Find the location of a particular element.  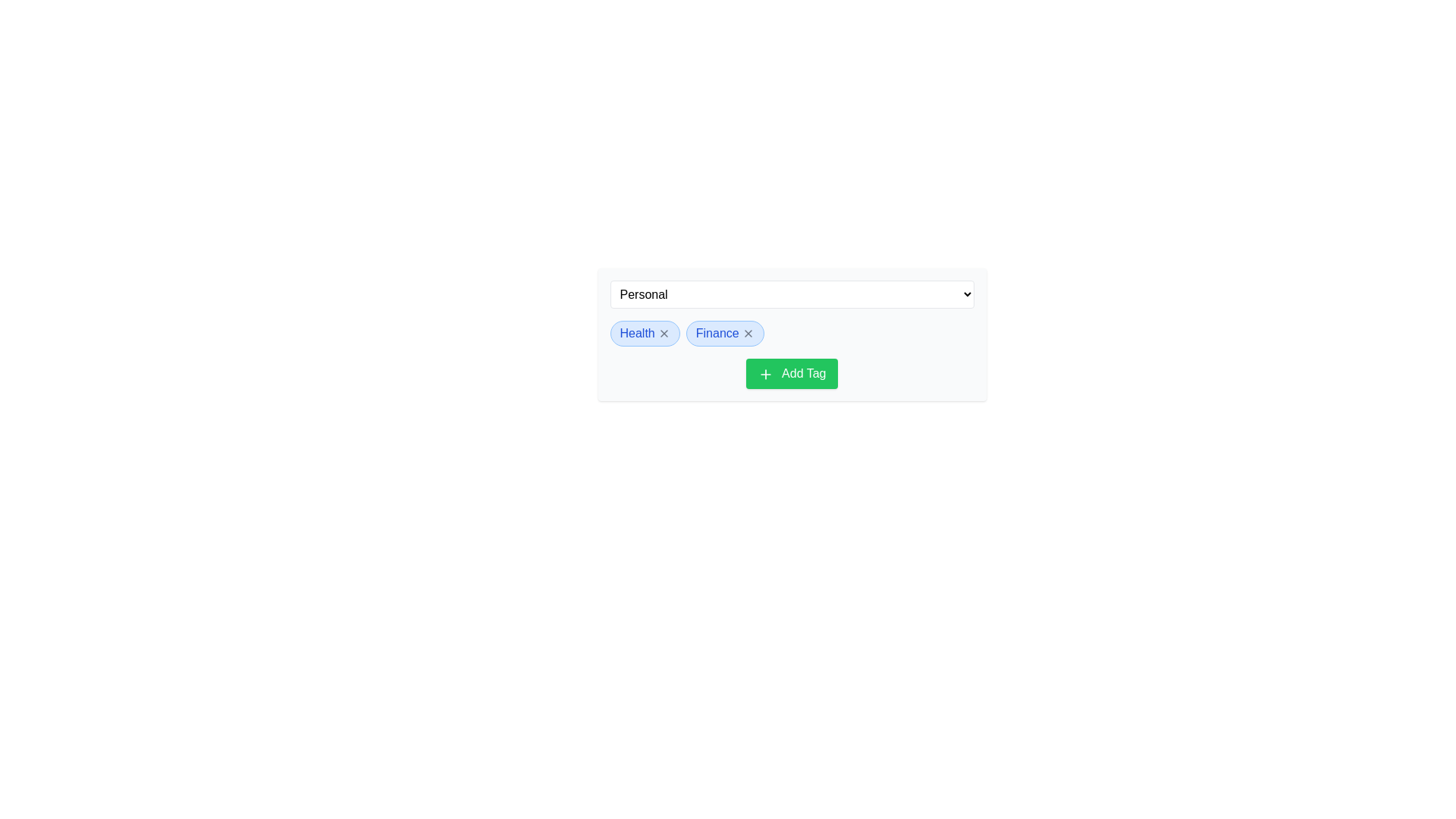

the small gray 'X' icon within the blue 'Health' tag to change its color to red is located at coordinates (664, 332).